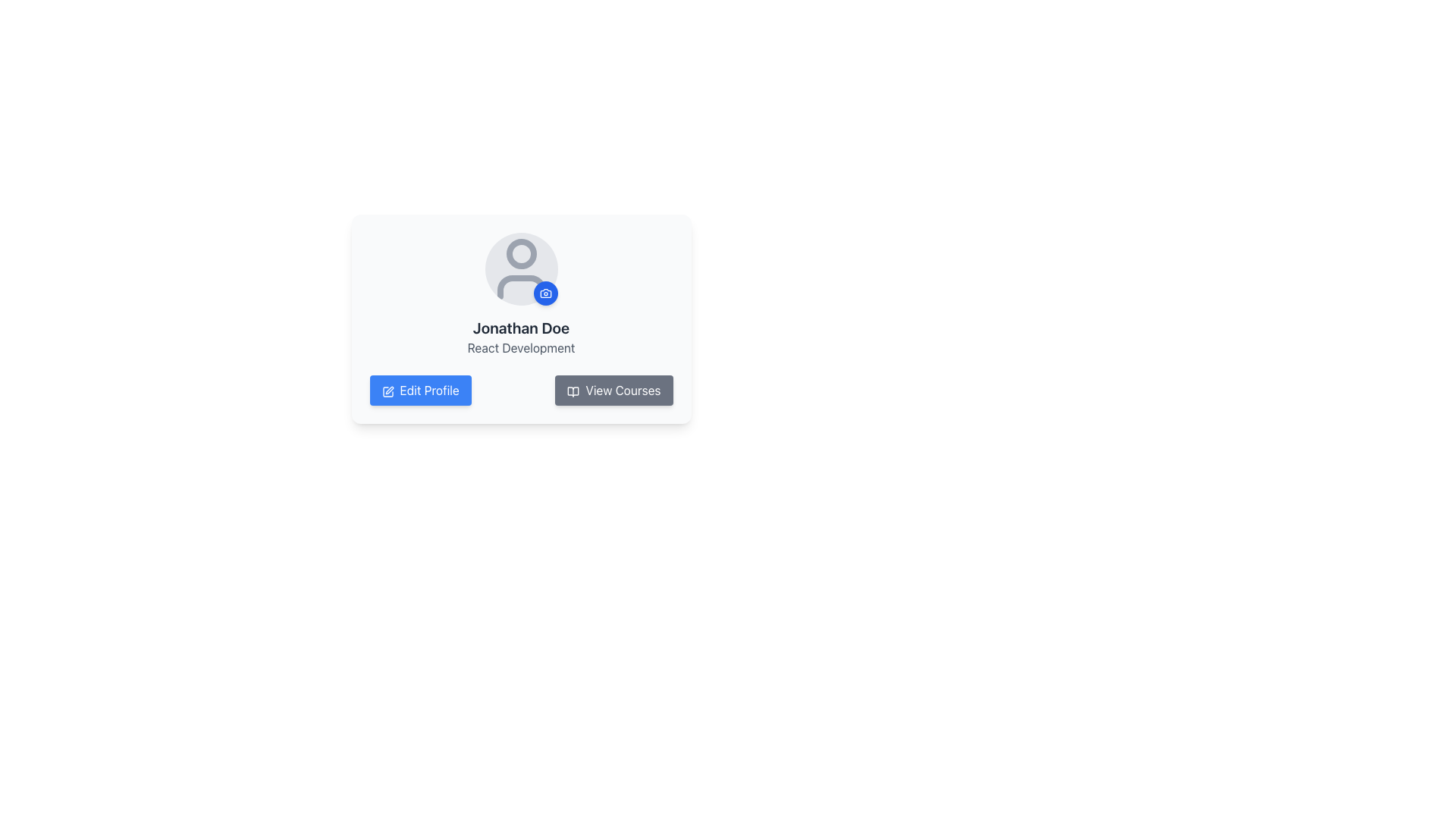 The width and height of the screenshot is (1456, 819). I want to click on the minimalistic outline of an open book icon, which is part of a compact icon design located within a graphical card near its sibling components, so click(573, 391).